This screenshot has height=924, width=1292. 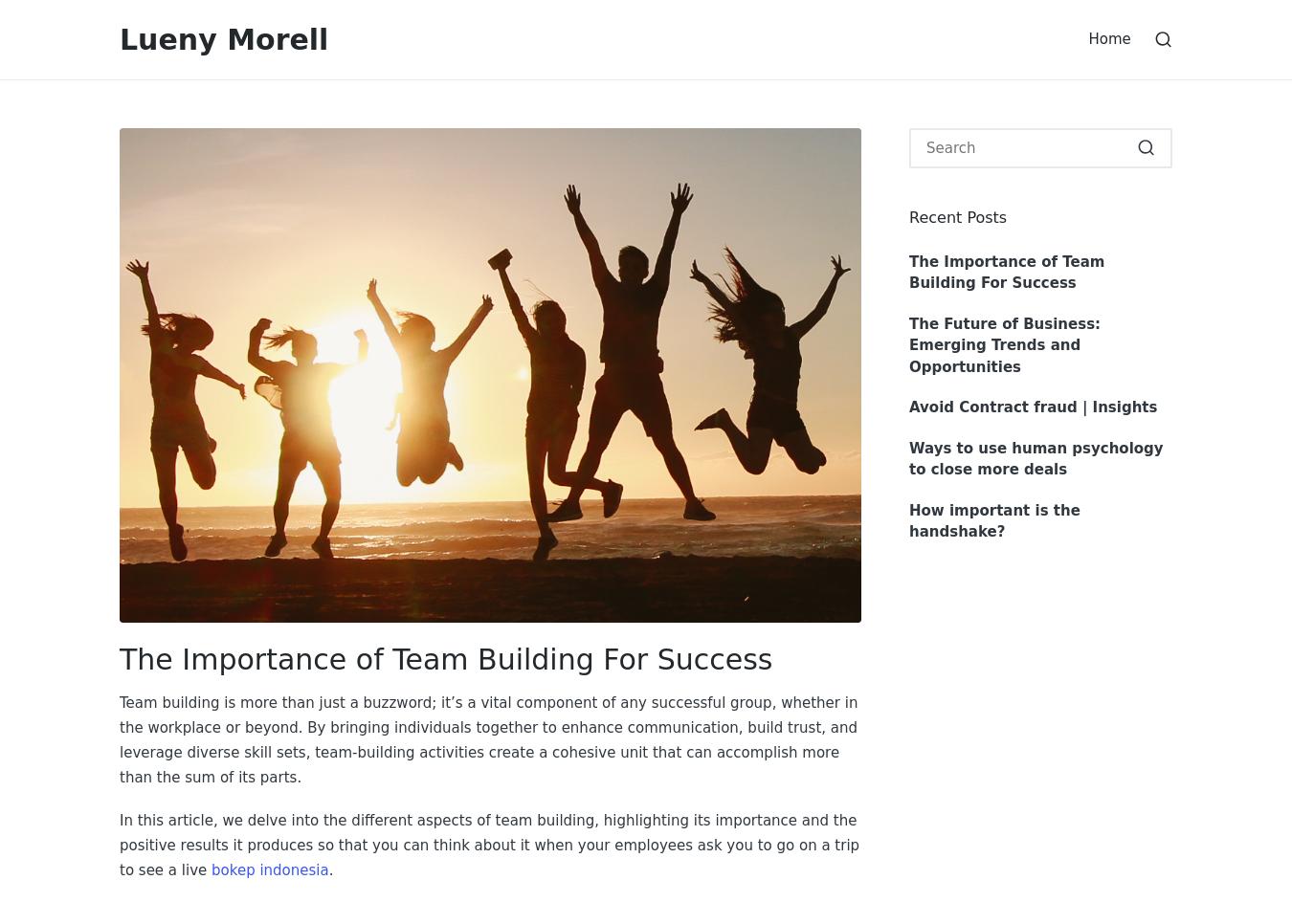 I want to click on 'Ways to use human psychology to close more deals', so click(x=1036, y=458).